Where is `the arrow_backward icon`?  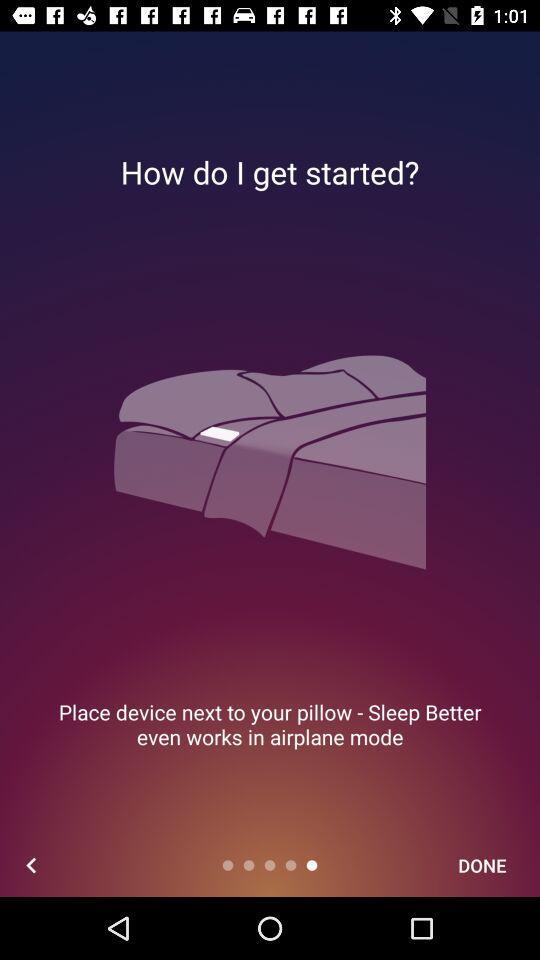
the arrow_backward icon is located at coordinates (30, 864).